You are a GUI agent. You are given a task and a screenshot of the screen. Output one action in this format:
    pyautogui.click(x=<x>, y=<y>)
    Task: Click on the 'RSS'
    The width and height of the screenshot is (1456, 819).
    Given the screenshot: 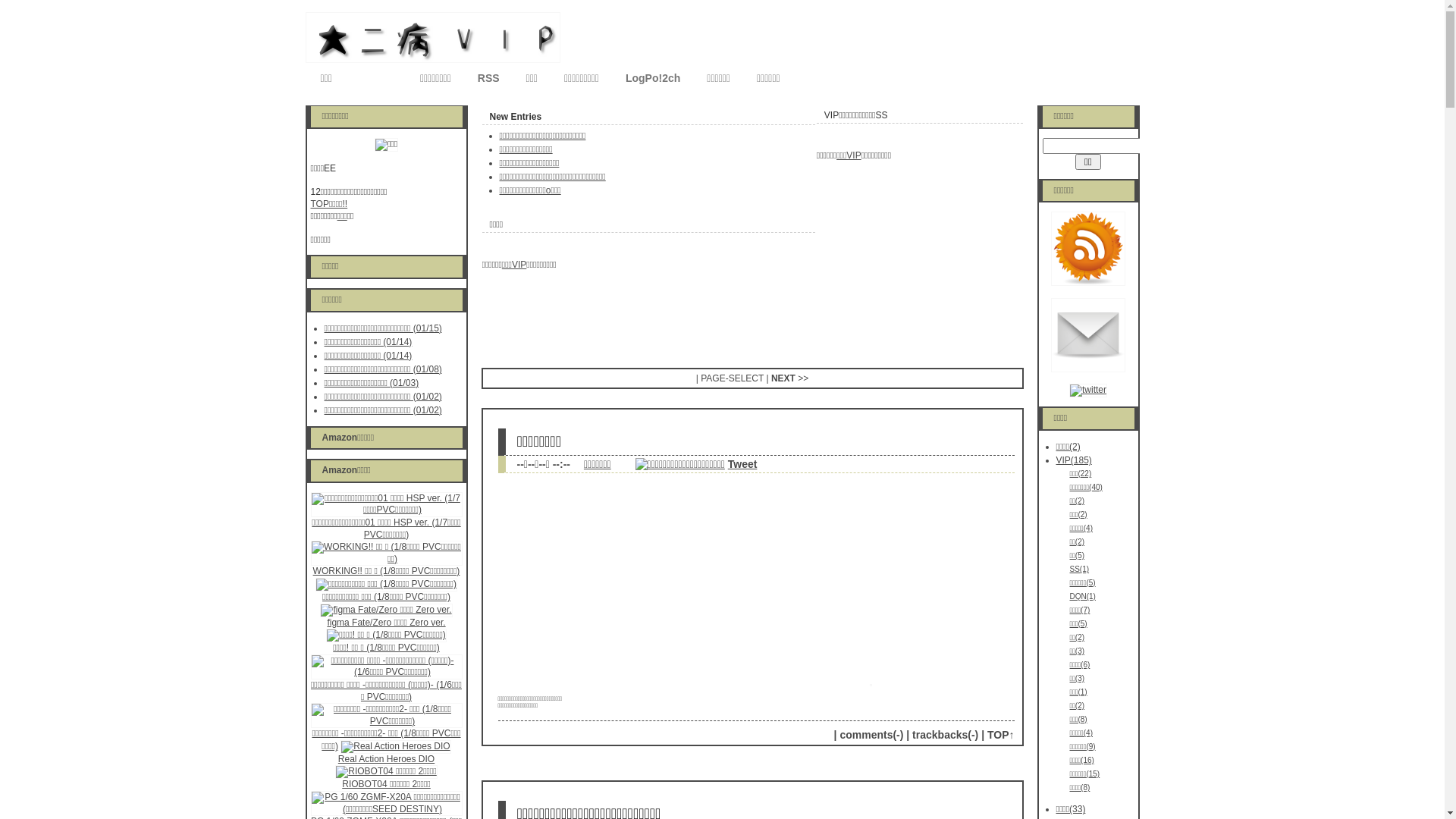 What is the action you would take?
    pyautogui.click(x=488, y=80)
    